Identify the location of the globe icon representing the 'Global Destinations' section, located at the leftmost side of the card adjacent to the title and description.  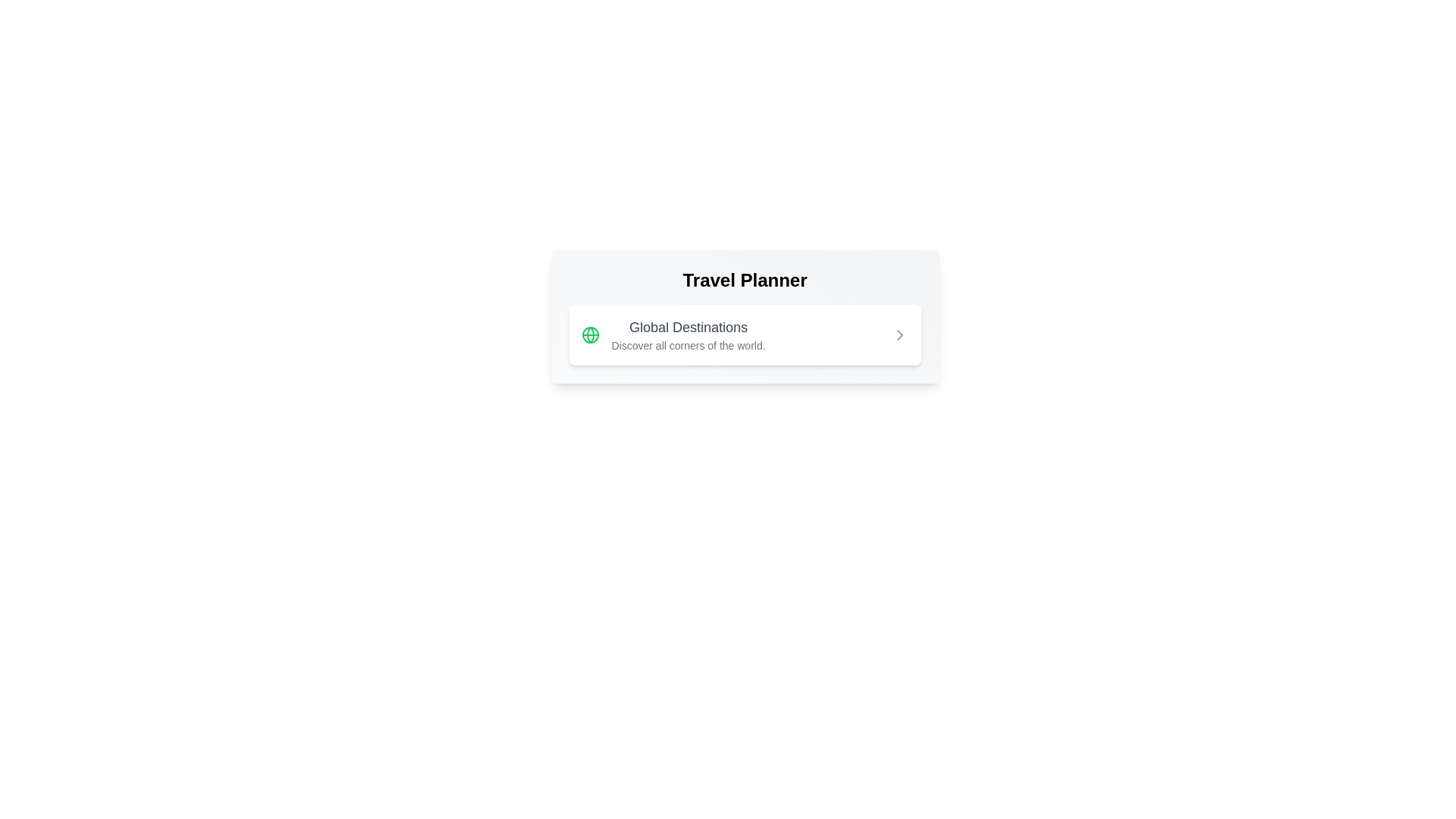
(589, 334).